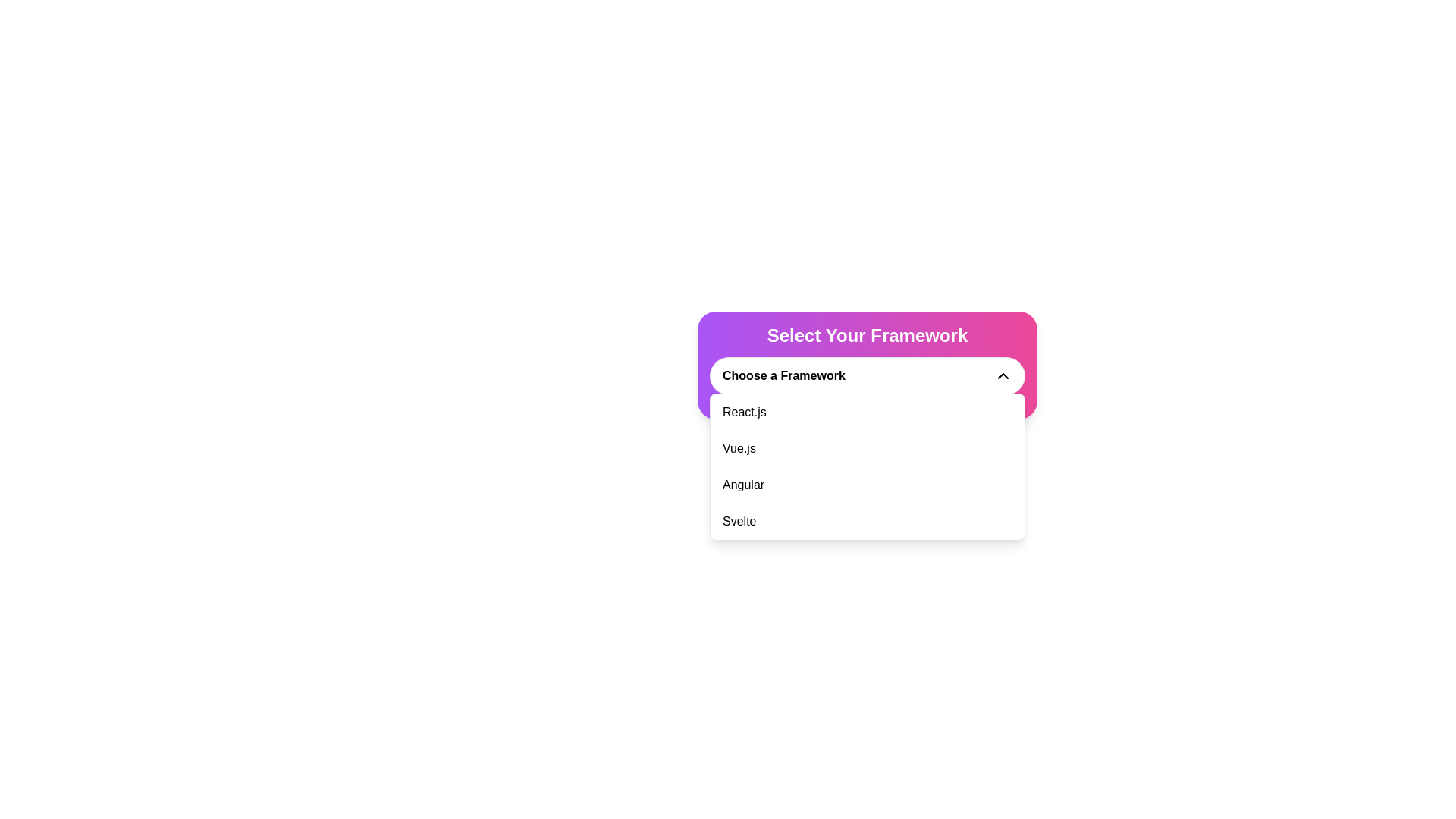 Image resolution: width=1456 pixels, height=819 pixels. Describe the element at coordinates (867, 485) in the screenshot. I see `the third selectable option in the list, which is the item labeled 'Angular'` at that location.